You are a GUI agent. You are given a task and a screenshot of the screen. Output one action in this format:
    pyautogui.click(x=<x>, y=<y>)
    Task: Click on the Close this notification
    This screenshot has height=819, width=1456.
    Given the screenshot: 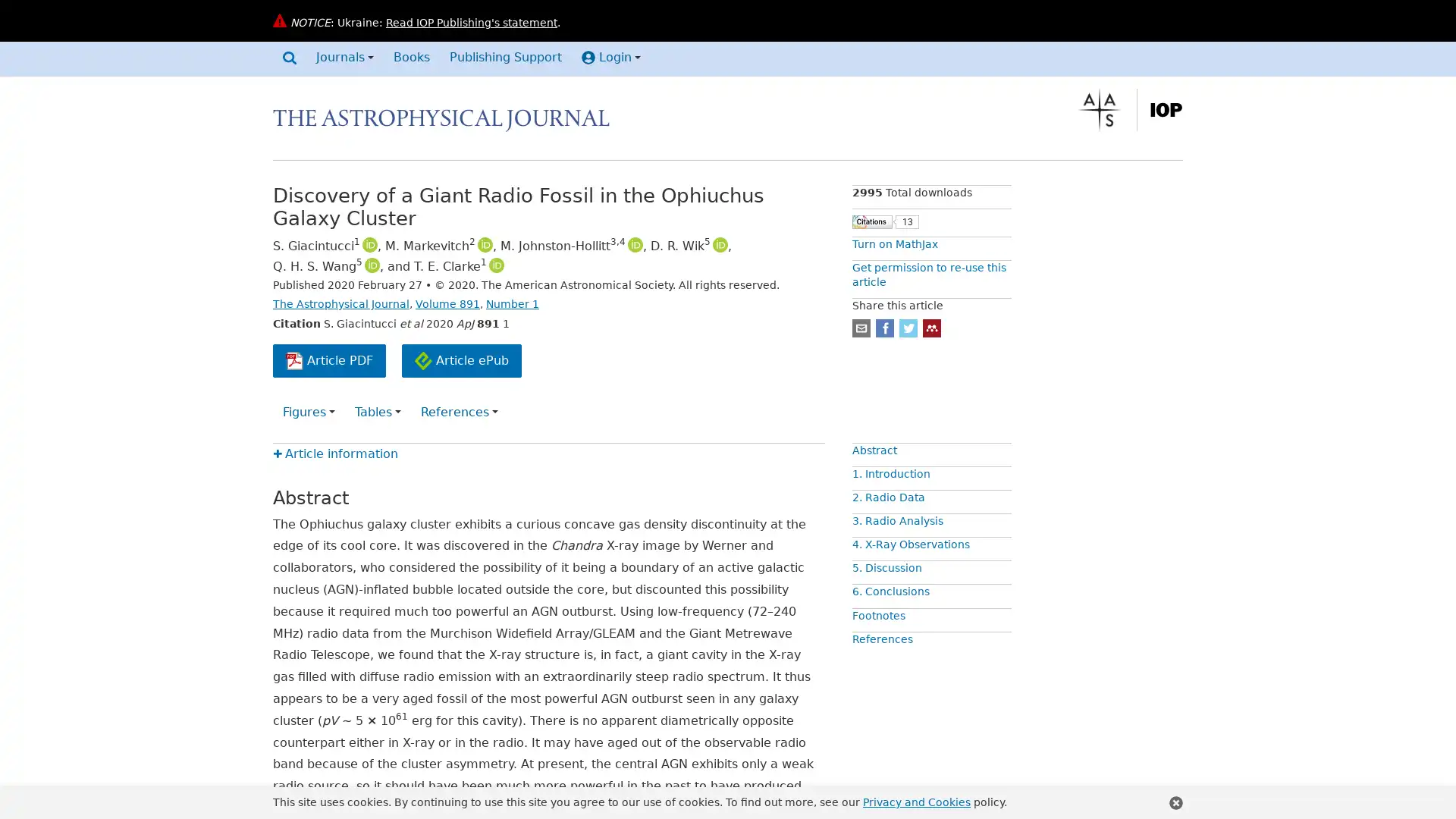 What is the action you would take?
    pyautogui.click(x=1175, y=802)
    